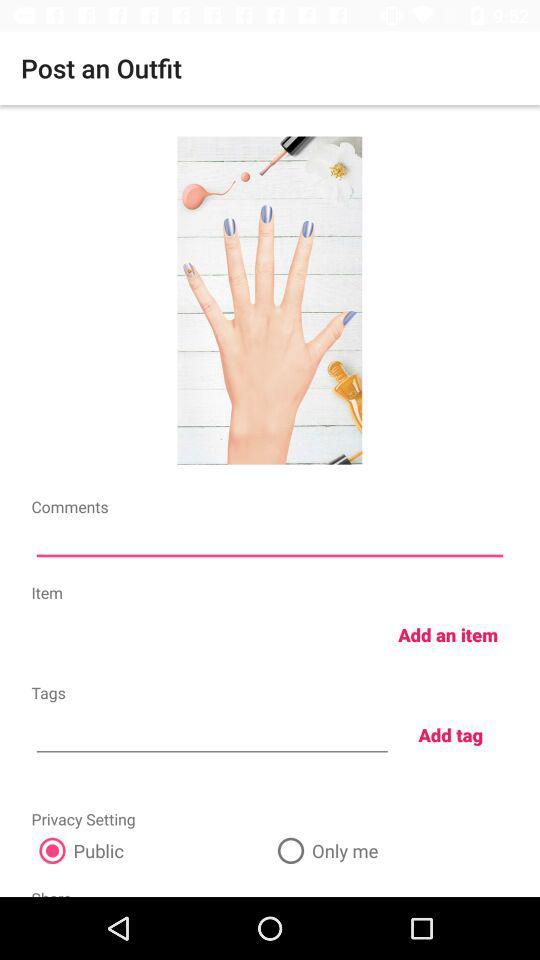  What do you see at coordinates (149, 849) in the screenshot?
I see `the icon next to the only me item` at bounding box center [149, 849].